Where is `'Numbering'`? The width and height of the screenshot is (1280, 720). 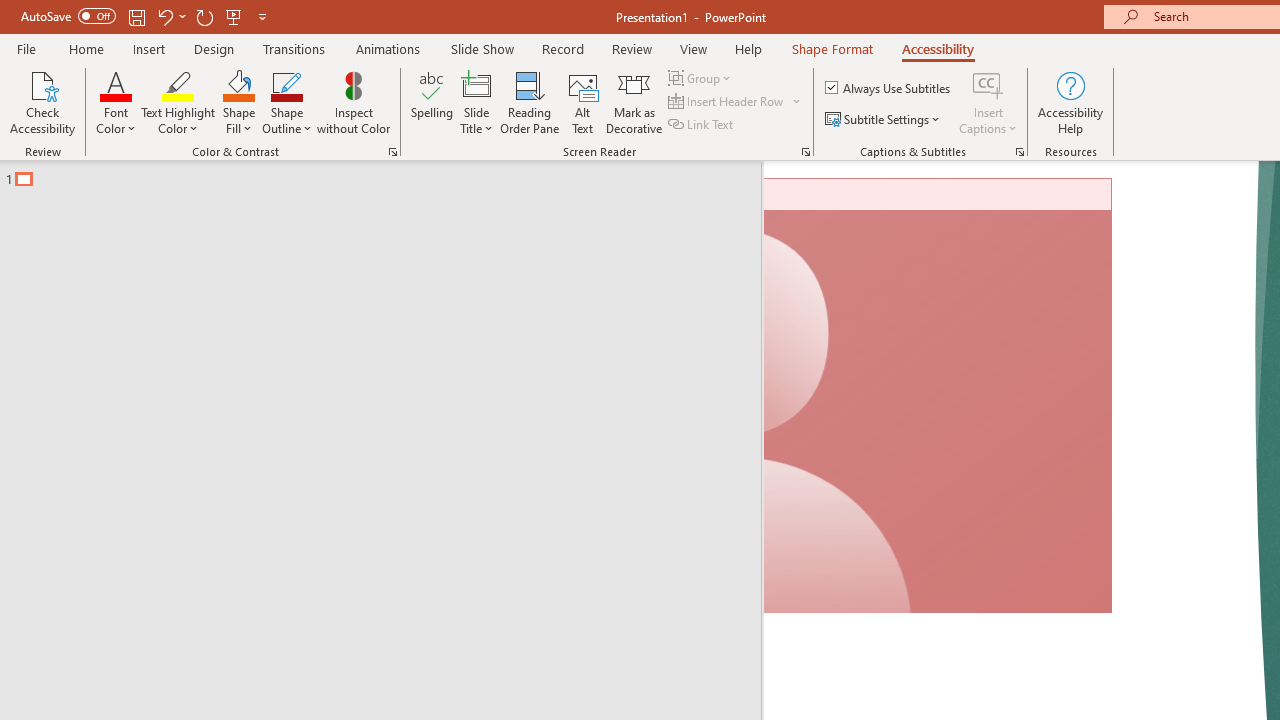 'Numbering' is located at coordinates (788, 136).